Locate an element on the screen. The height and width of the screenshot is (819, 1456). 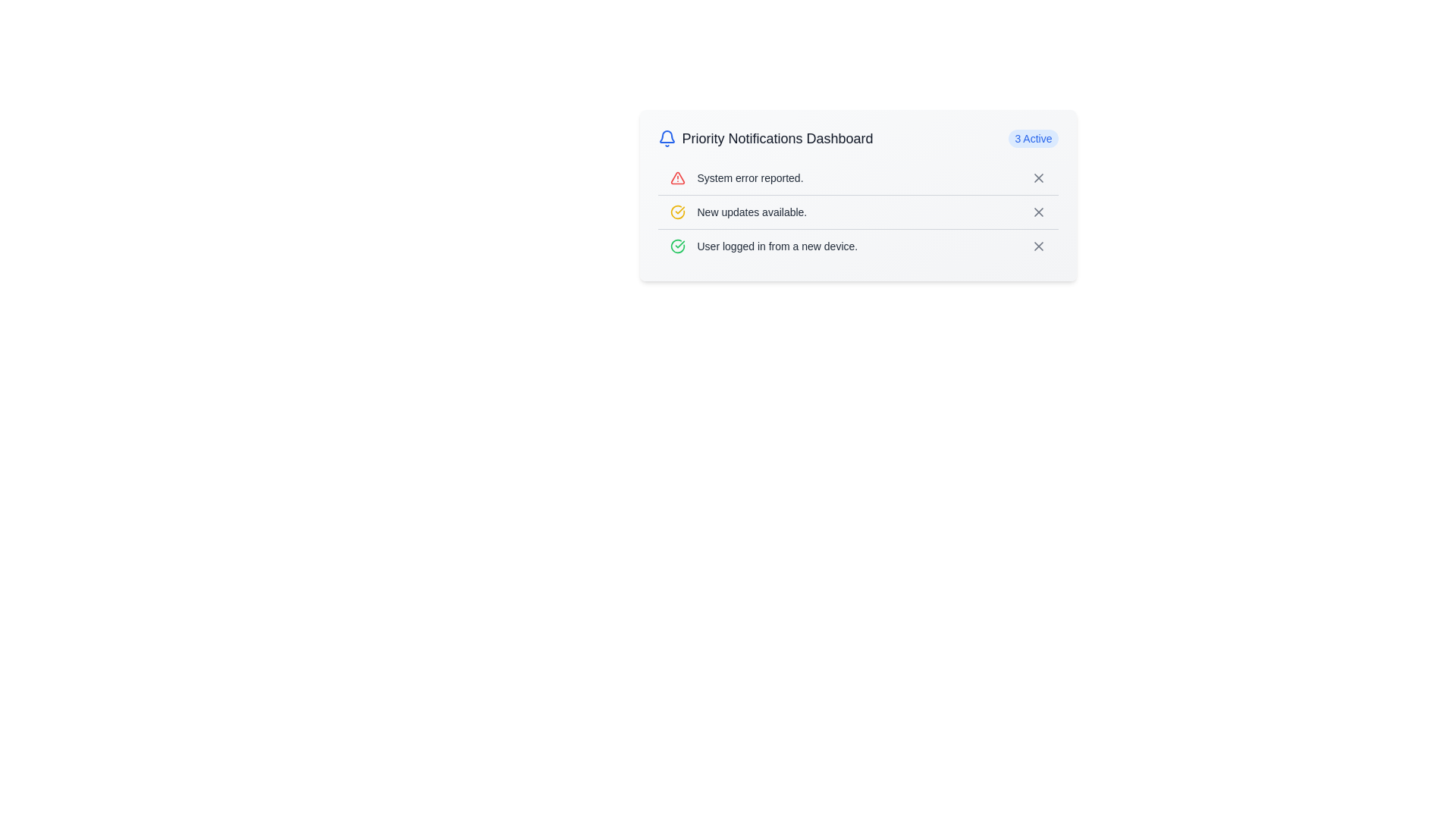
the notification panel item displaying 'New updates available.' is located at coordinates (858, 212).